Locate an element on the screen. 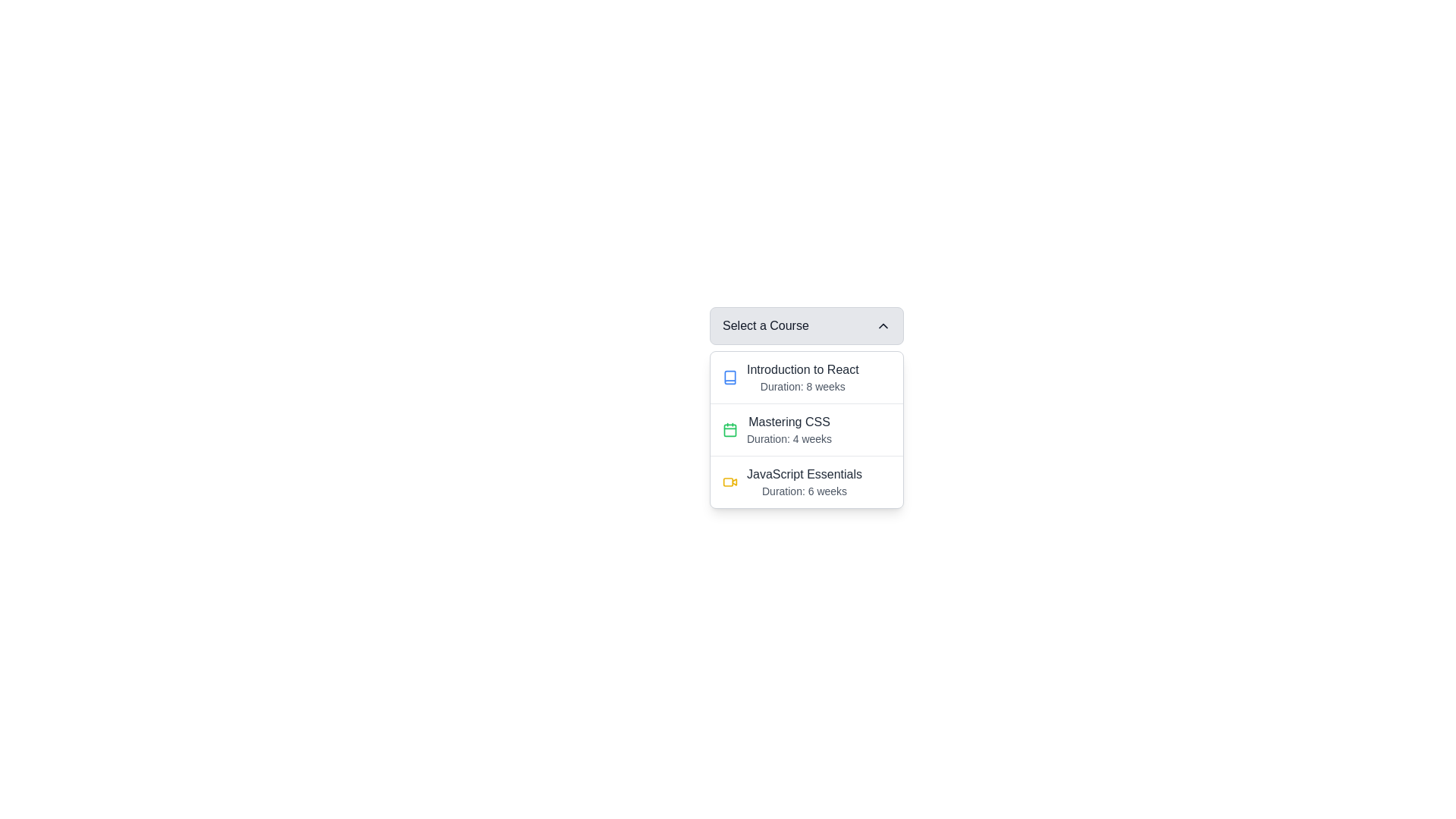 This screenshot has height=819, width=1456. the text label 'Mastering CSS' which is the second option in the dropdown list under 'Select a Course' is located at coordinates (789, 430).